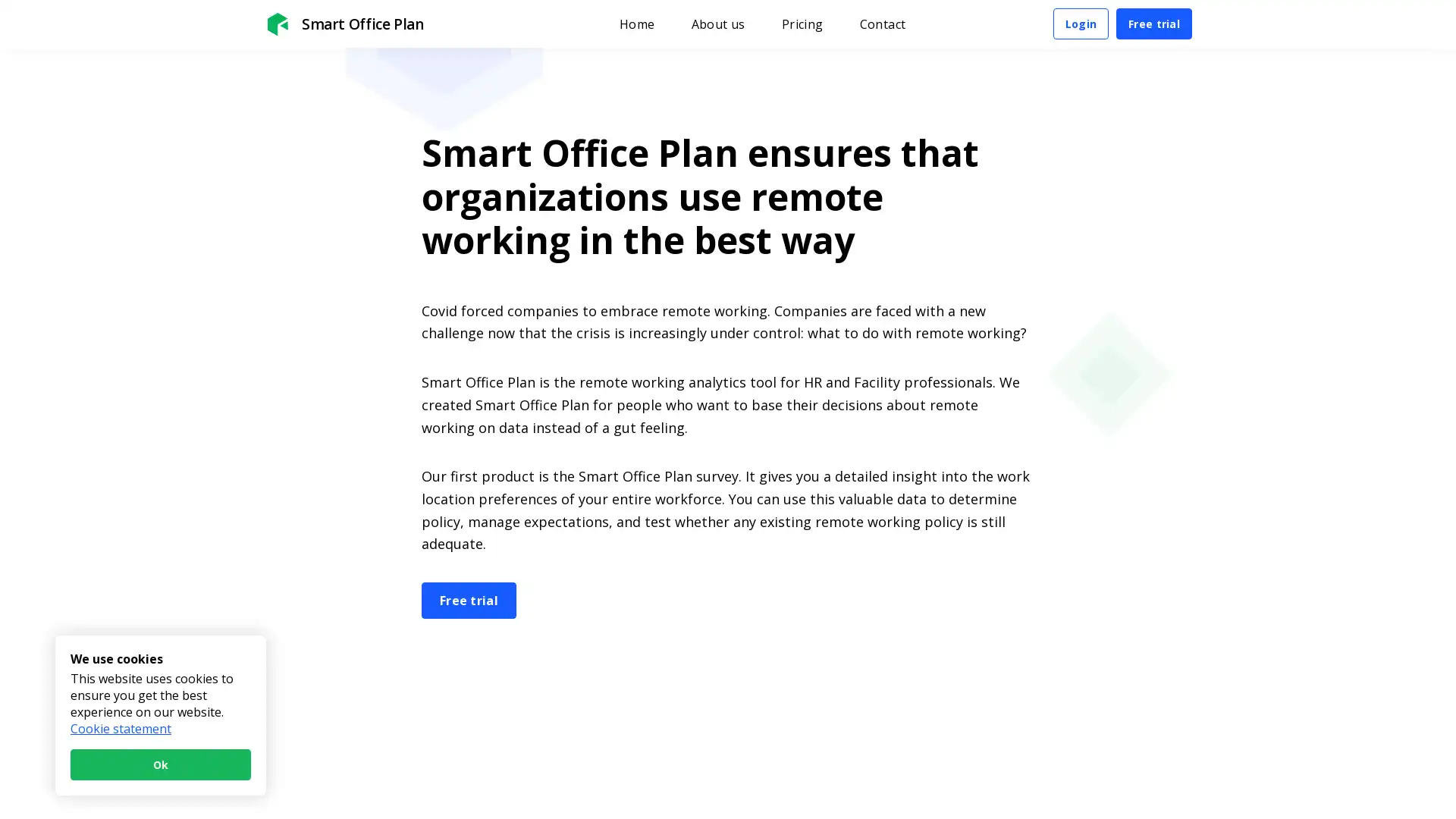  I want to click on Free trial, so click(468, 598).